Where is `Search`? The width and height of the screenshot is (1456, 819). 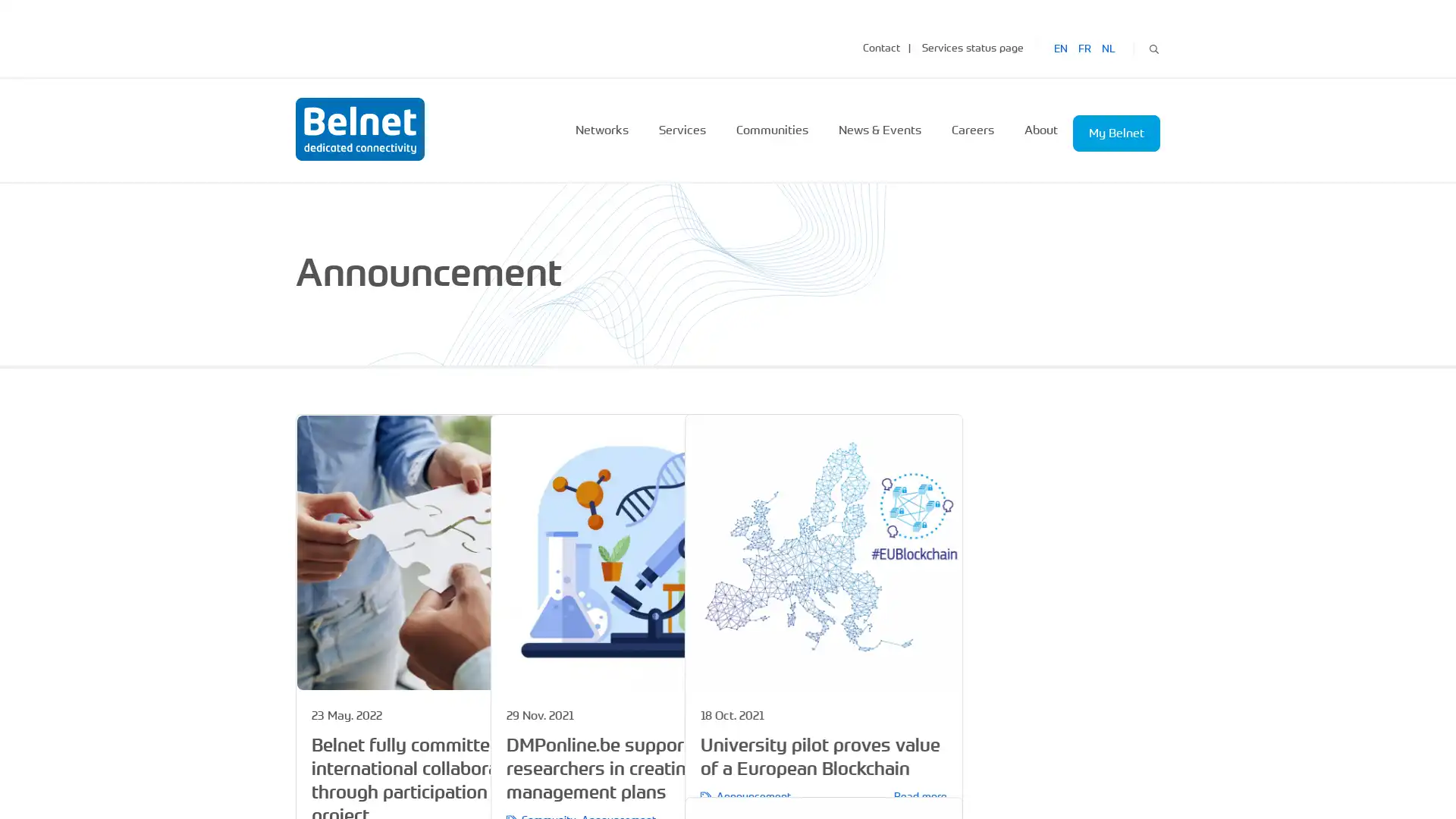
Search is located at coordinates (1153, 46).